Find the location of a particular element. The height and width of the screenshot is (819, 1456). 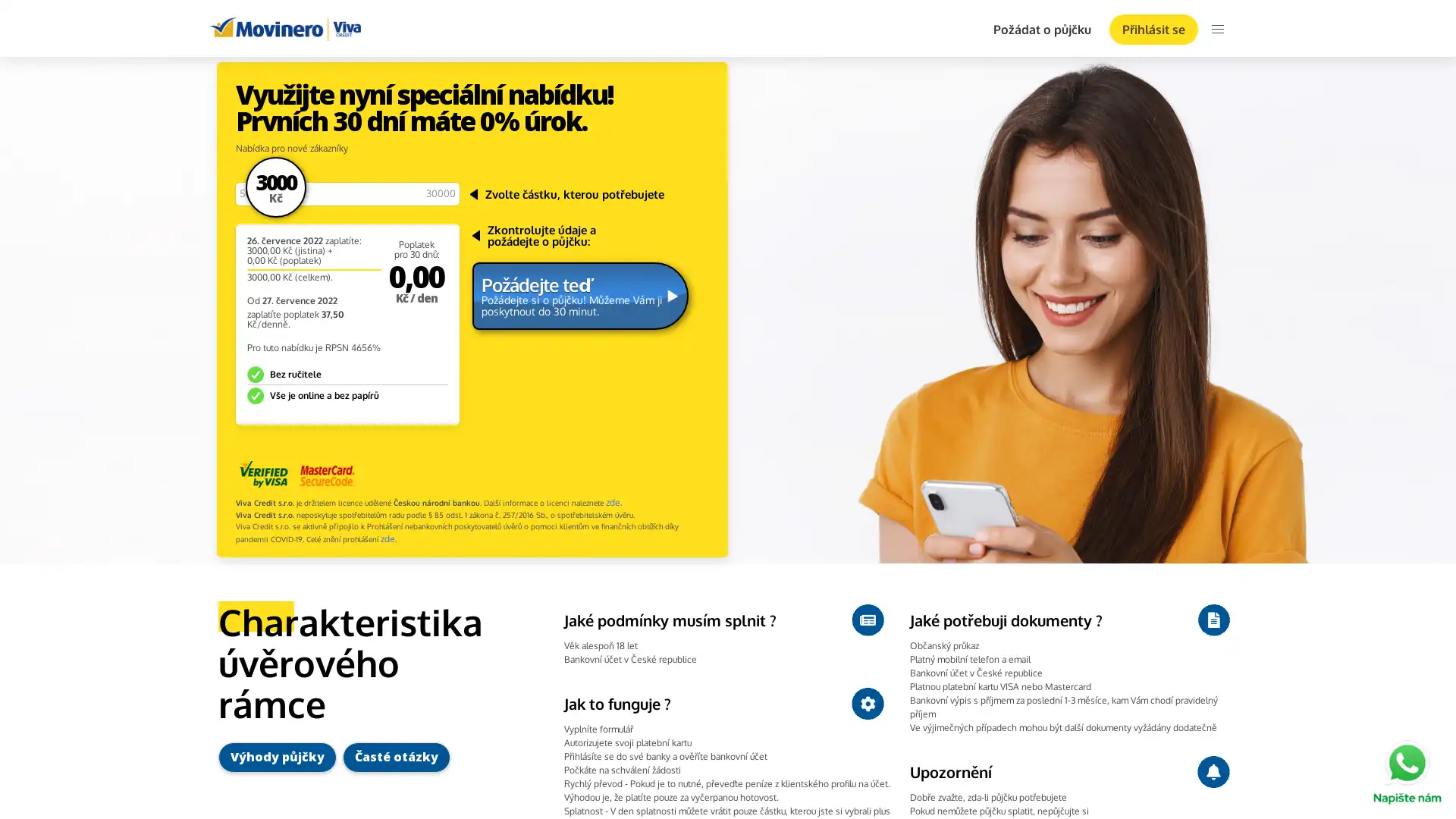

Ok is located at coordinates (228, 788).